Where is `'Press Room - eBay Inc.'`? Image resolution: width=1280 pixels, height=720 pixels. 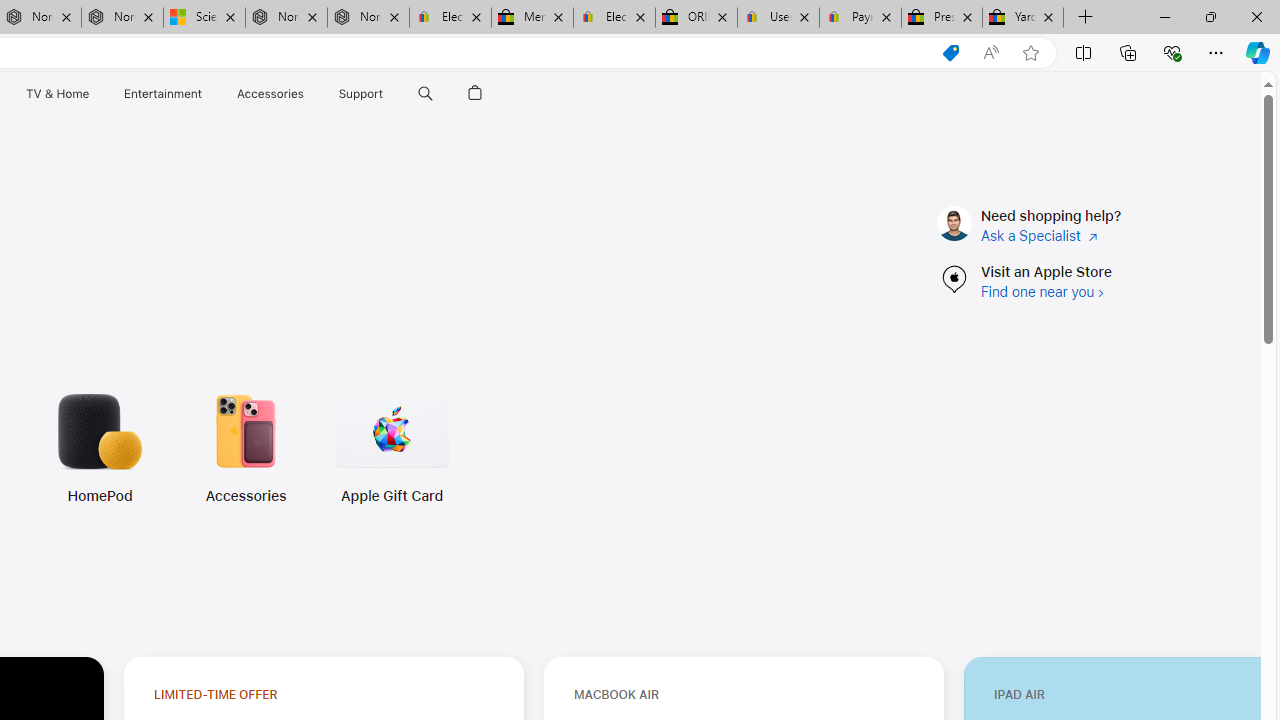
'Press Room - eBay Inc.' is located at coordinates (941, 17).